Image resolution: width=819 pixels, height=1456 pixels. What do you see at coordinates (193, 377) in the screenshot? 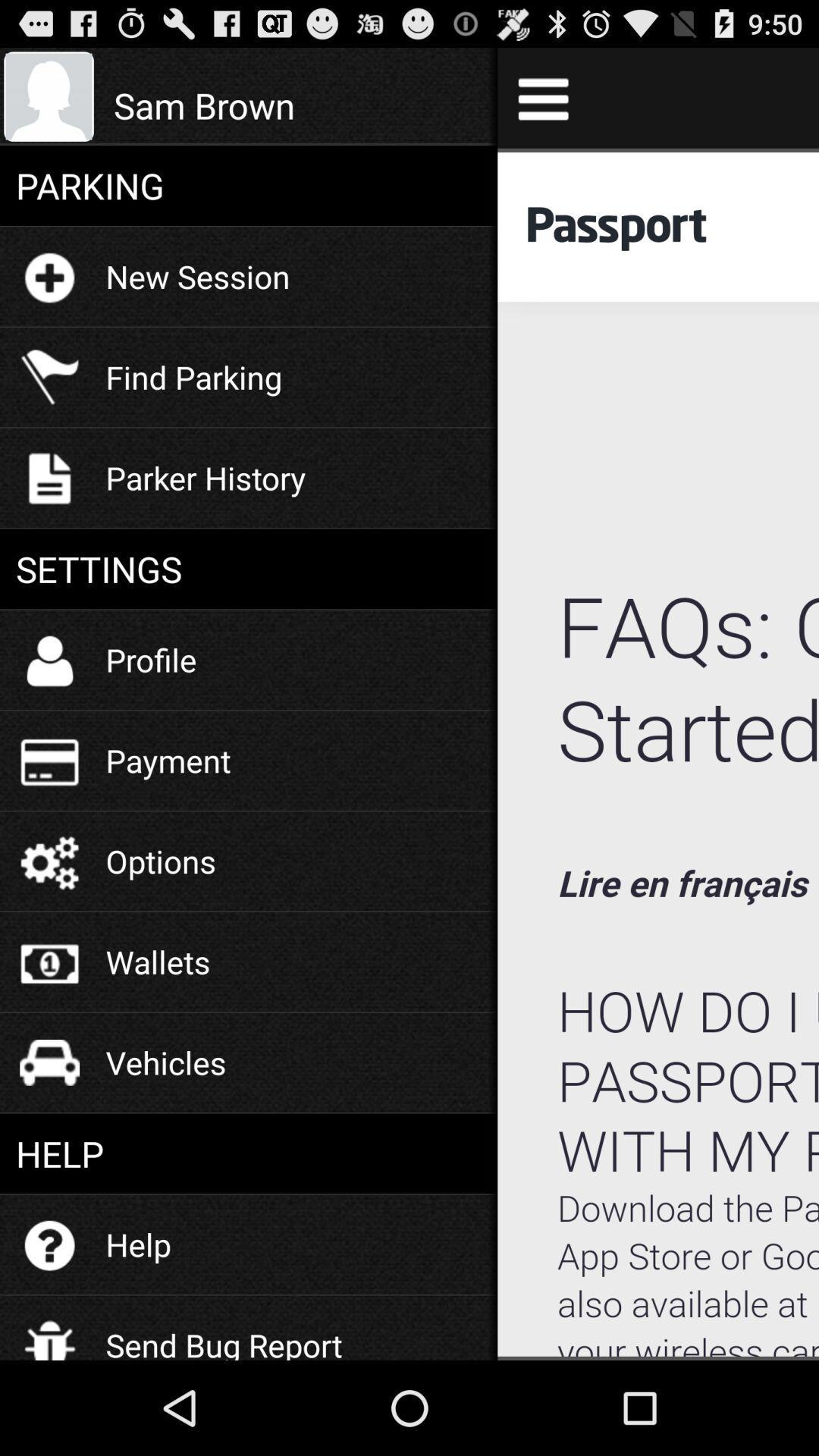
I see `icon below new session icon` at bounding box center [193, 377].